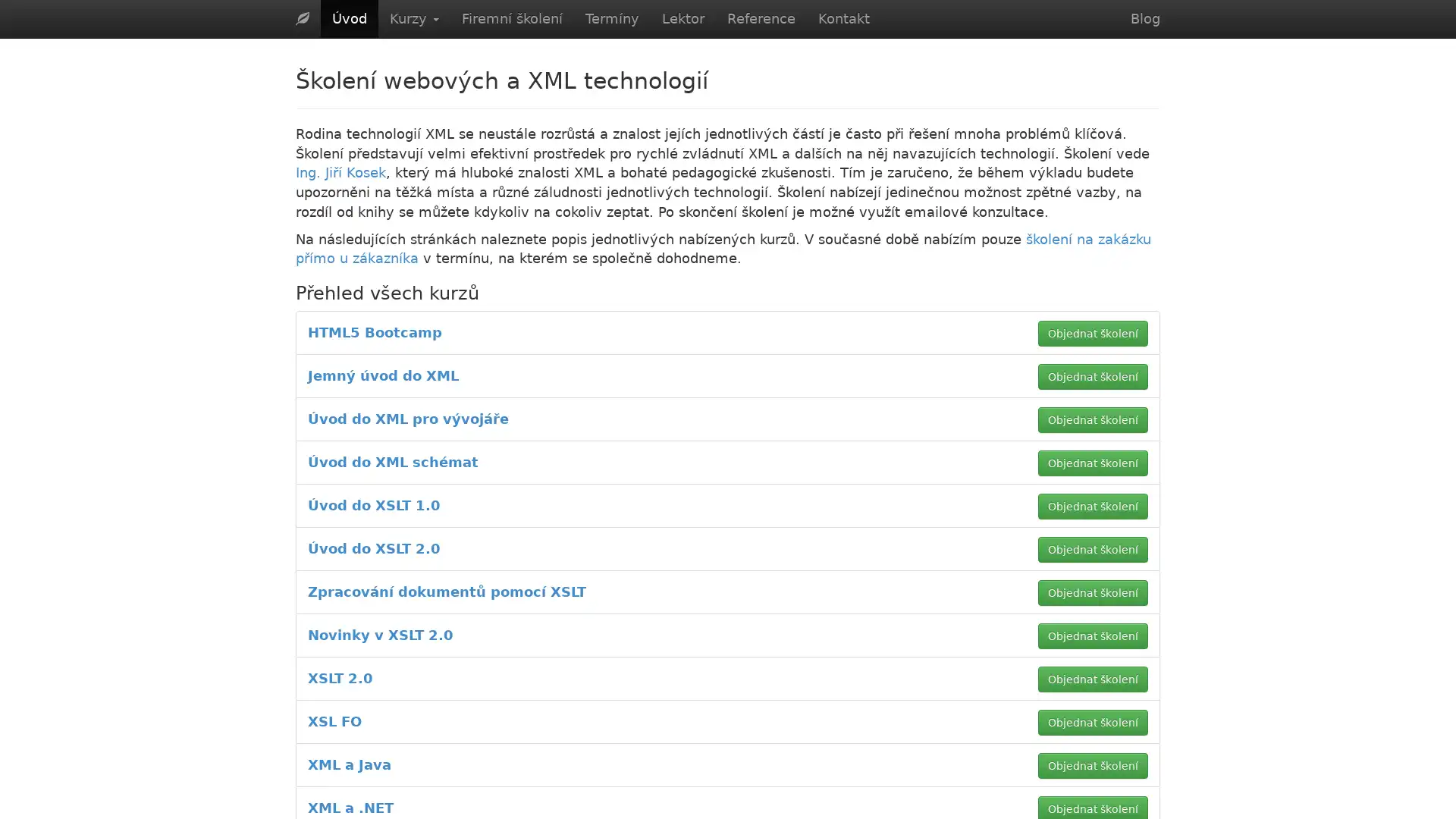 The width and height of the screenshot is (1456, 819). I want to click on Objednat skoleni, so click(1093, 332).